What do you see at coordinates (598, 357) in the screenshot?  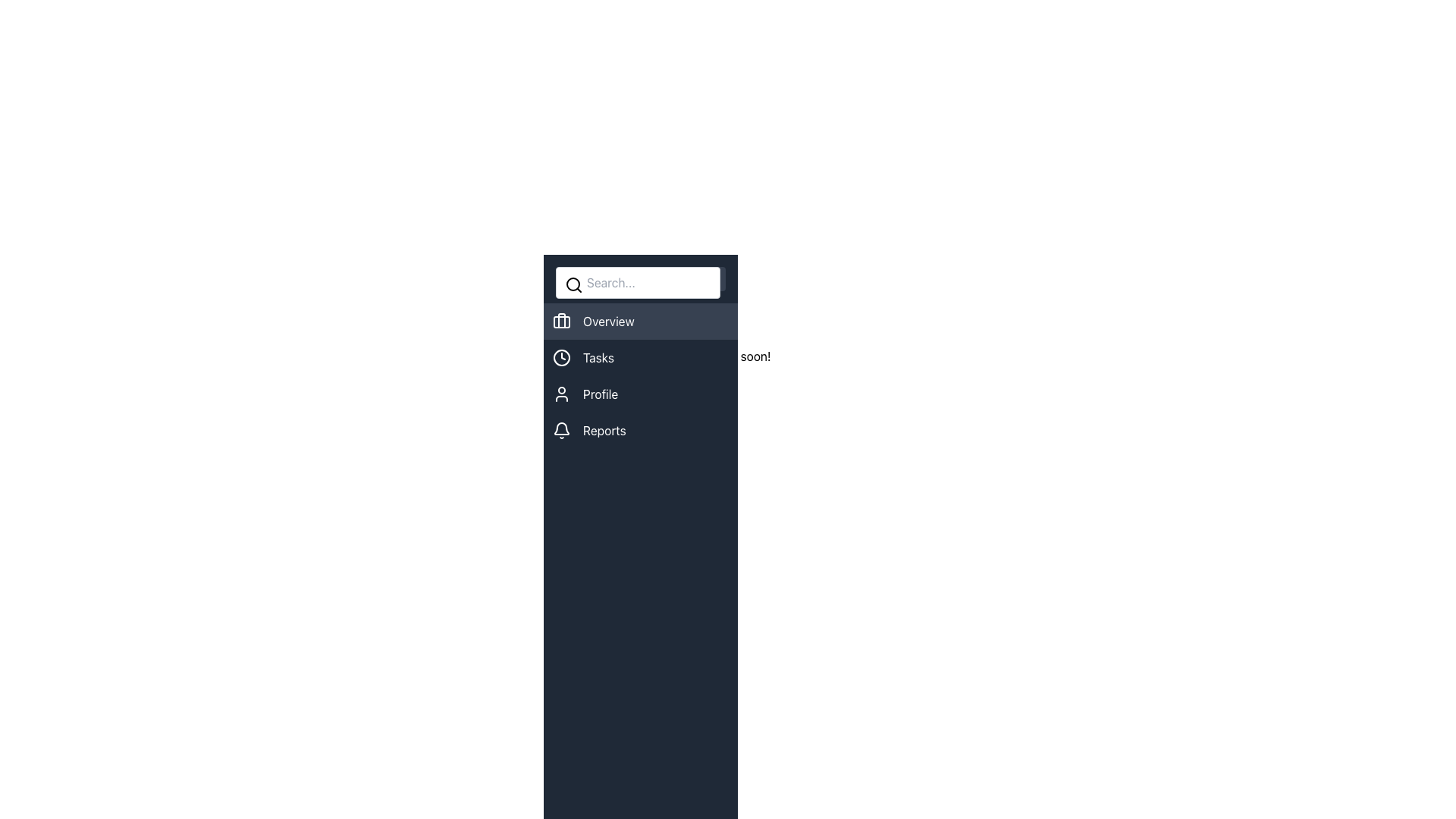 I see `the 'Tasks' label in the sidebar navigation, which is the second item in the list, displayed in white text on a dark background` at bounding box center [598, 357].